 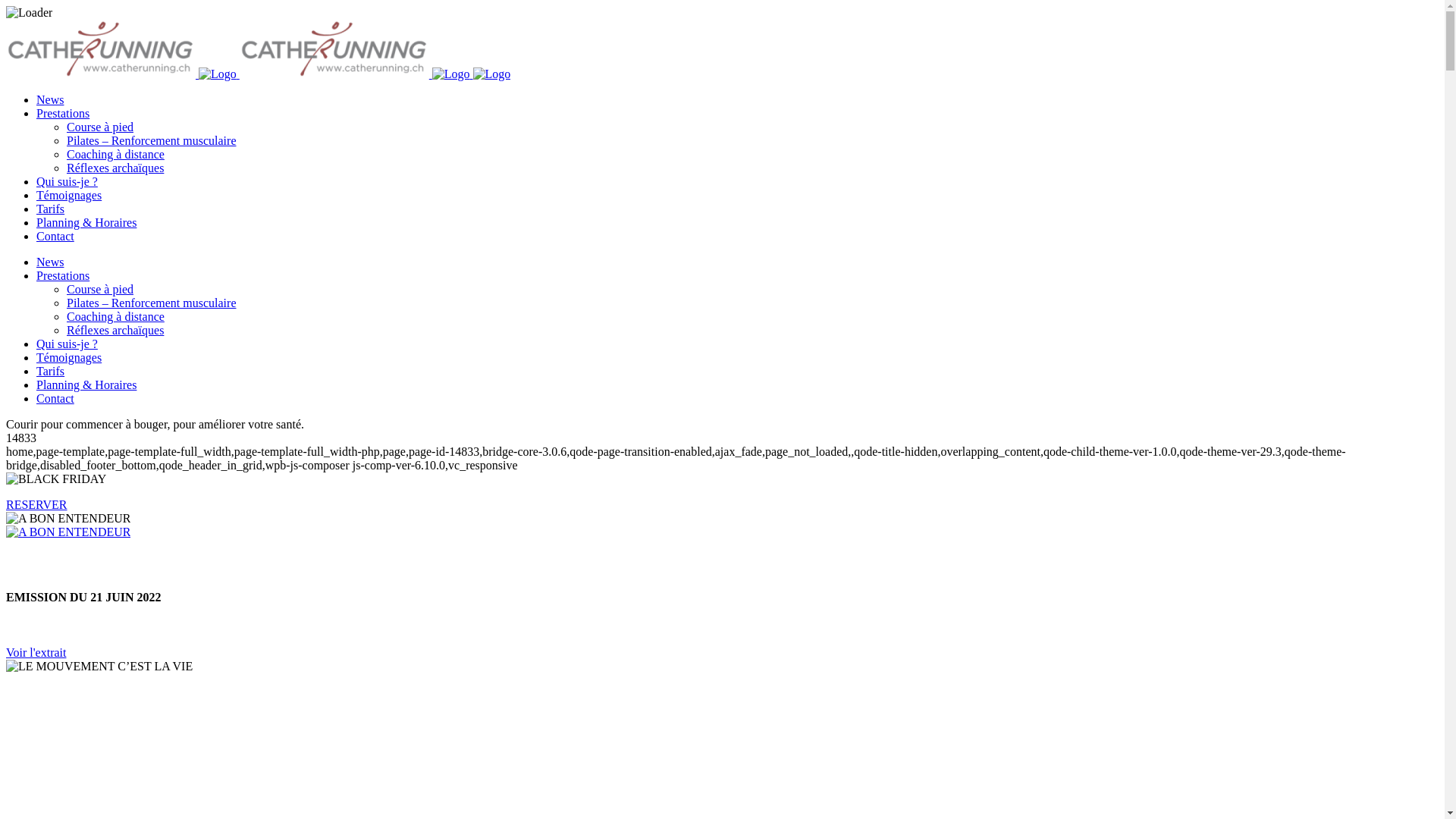 What do you see at coordinates (86, 384) in the screenshot?
I see `'Planning & Horaires'` at bounding box center [86, 384].